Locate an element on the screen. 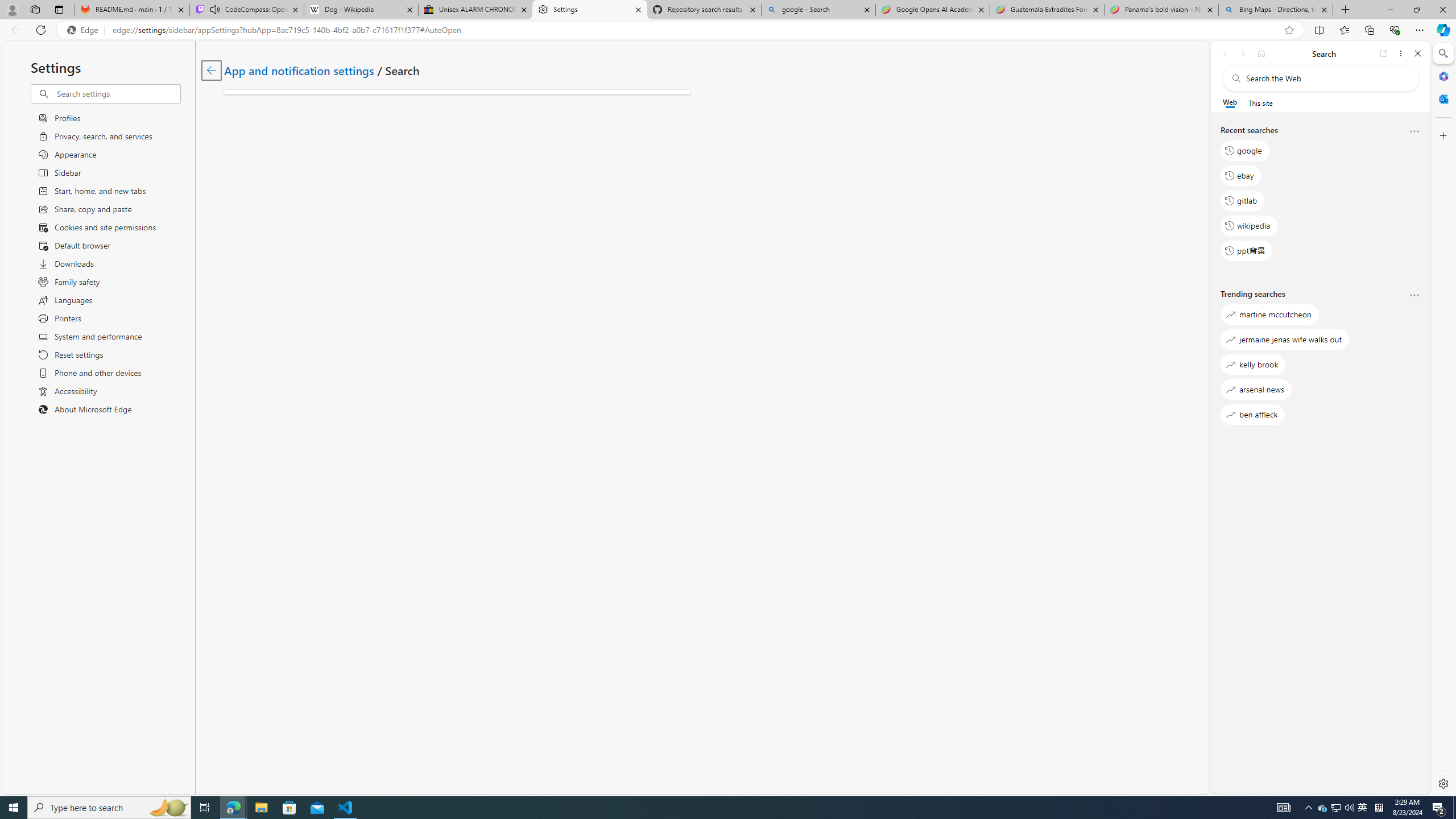  'arsenal news' is located at coordinates (1256, 388).